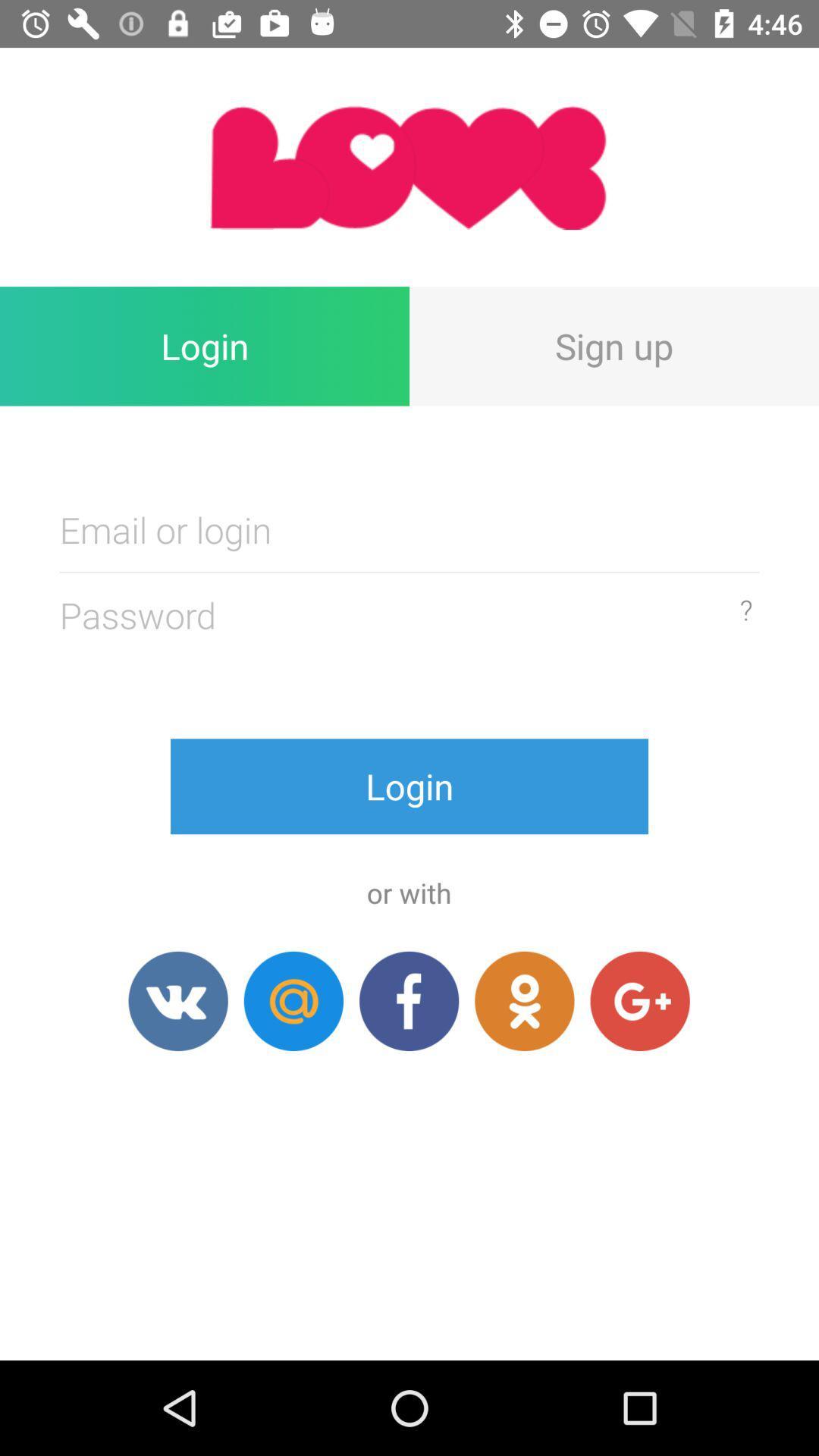 The width and height of the screenshot is (819, 1456). Describe the element at coordinates (745, 610) in the screenshot. I see `?  item` at that location.